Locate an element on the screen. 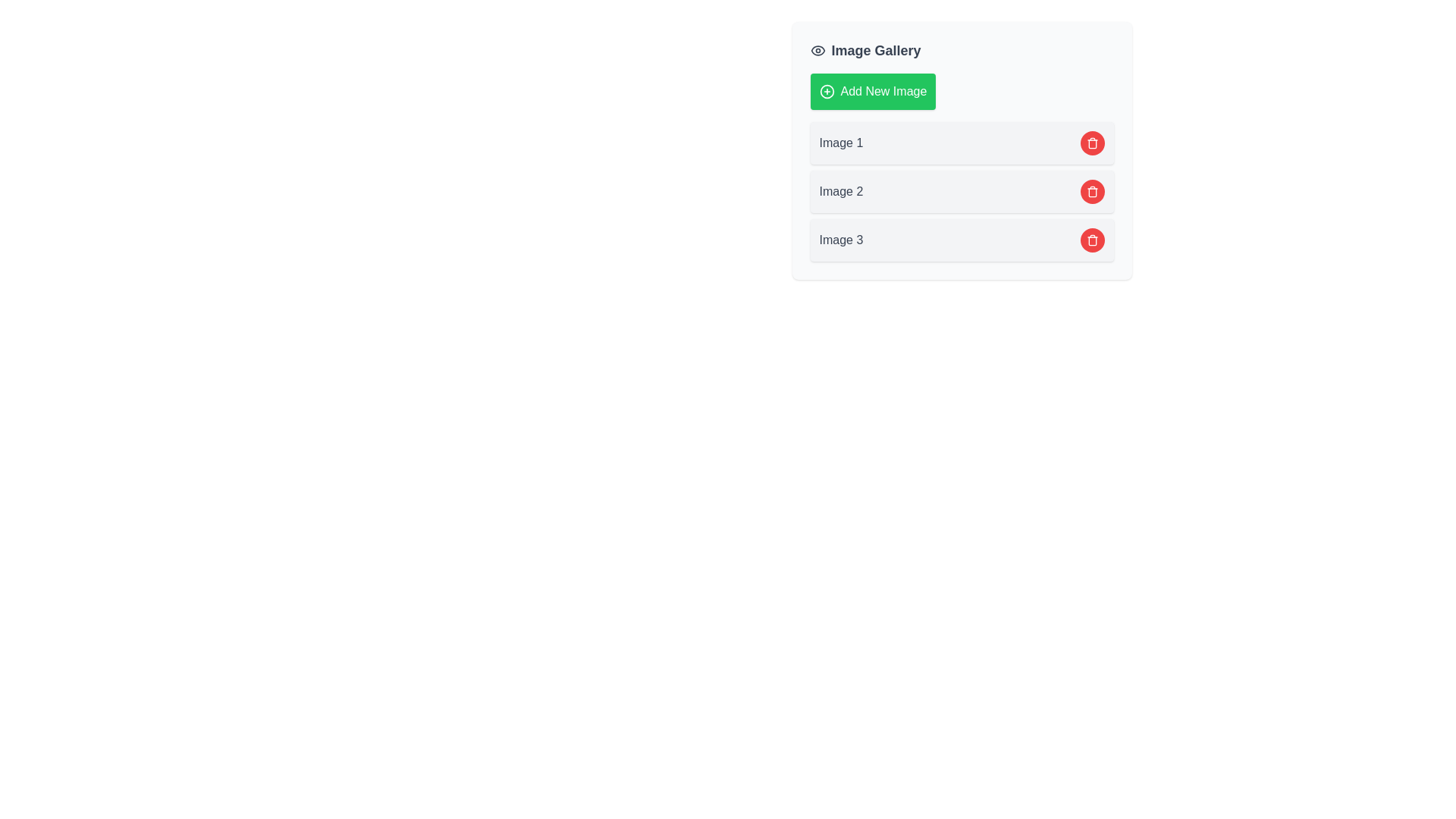  the list item labeled 'Image 3' in the 'Image Gallery', which allows users to either select it or use the delete button adjacent to it is located at coordinates (961, 239).